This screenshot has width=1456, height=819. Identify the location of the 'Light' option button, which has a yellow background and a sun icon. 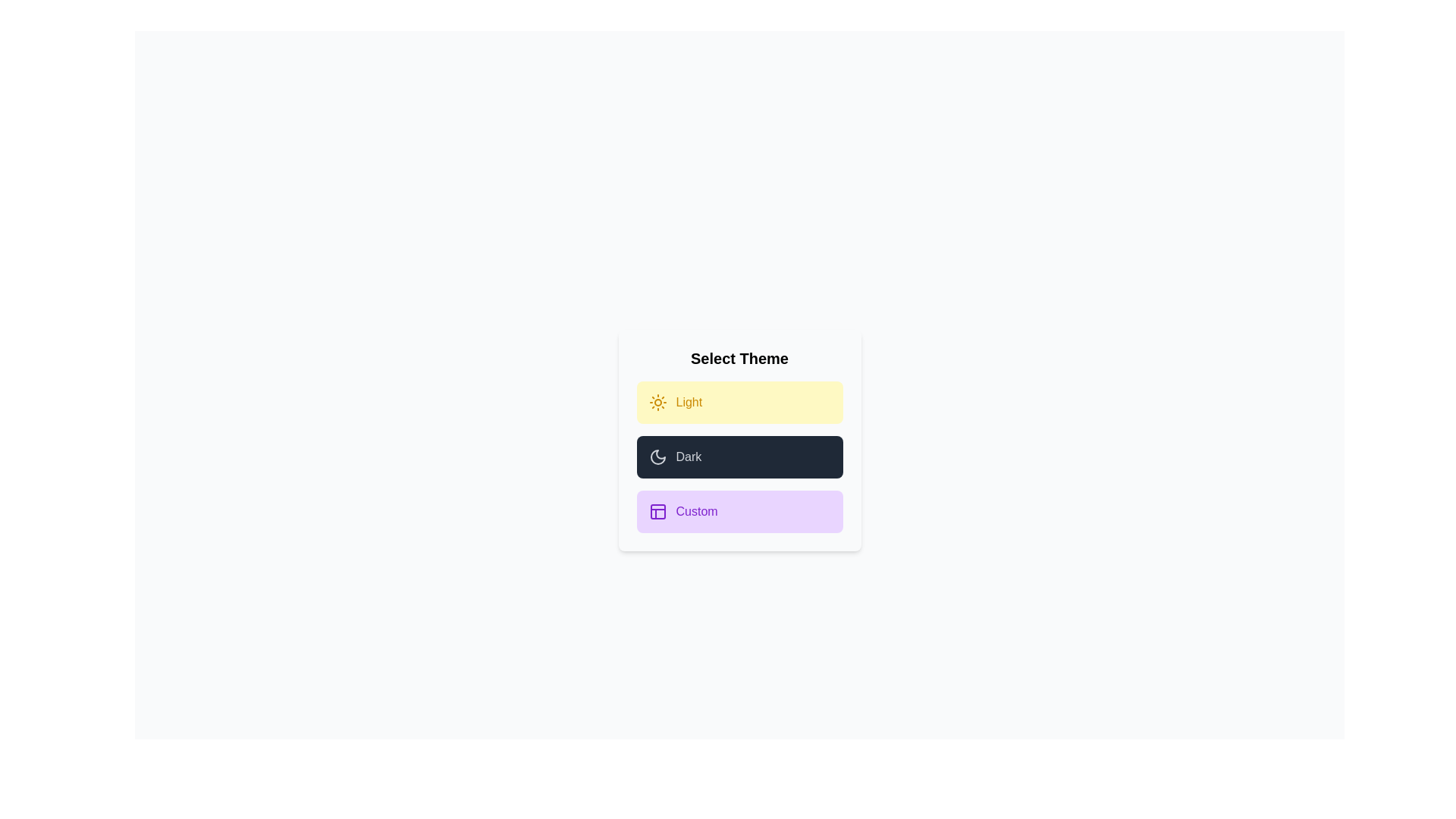
(657, 402).